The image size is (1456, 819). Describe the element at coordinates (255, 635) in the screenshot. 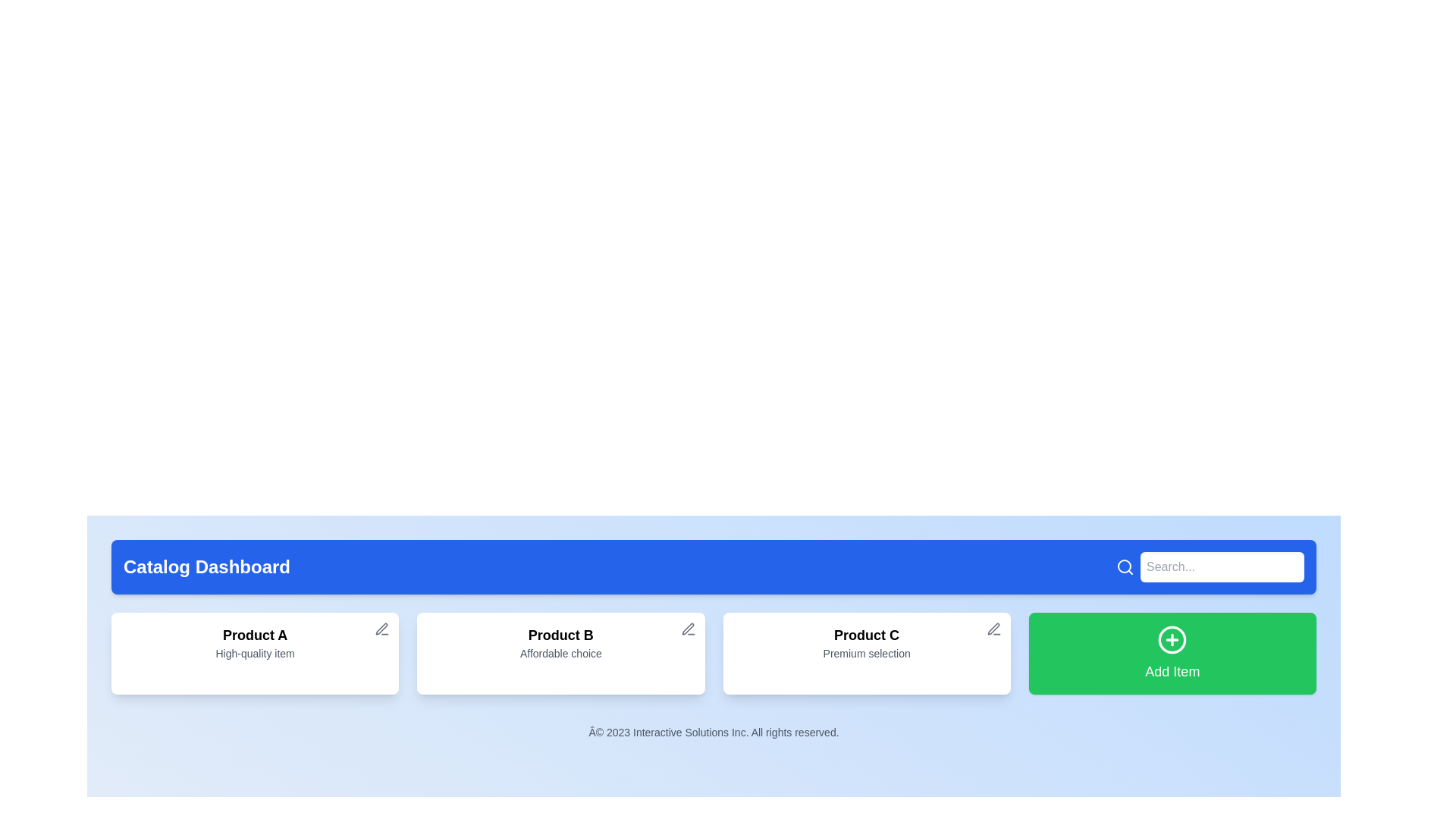

I see `the static text label reading 'Product A' located in the first card widget from the left, positioned near the top-left corner of the card` at that location.